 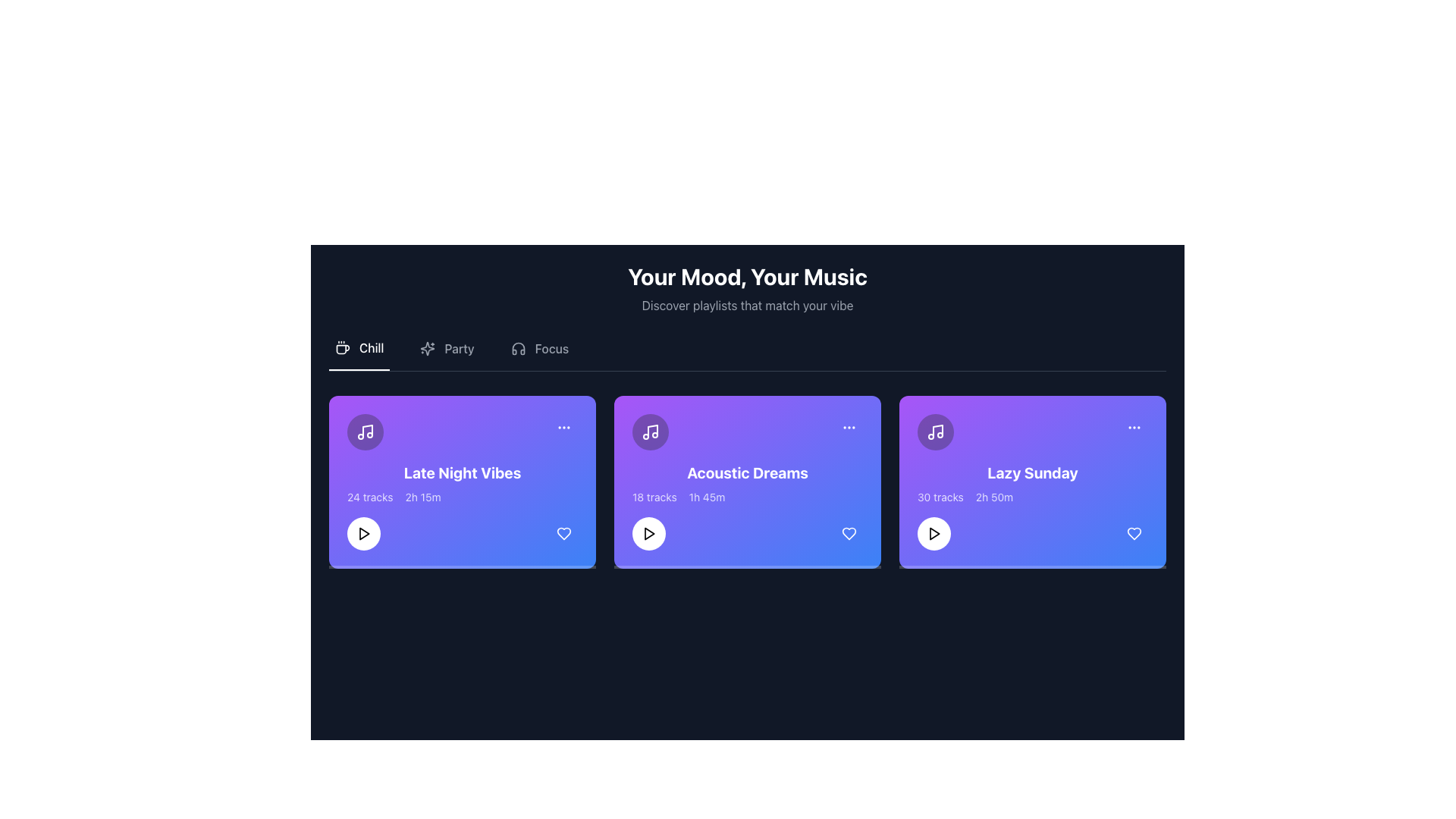 What do you see at coordinates (427, 348) in the screenshot?
I see `the star-shaped decorative icon in the top navigation bar` at bounding box center [427, 348].